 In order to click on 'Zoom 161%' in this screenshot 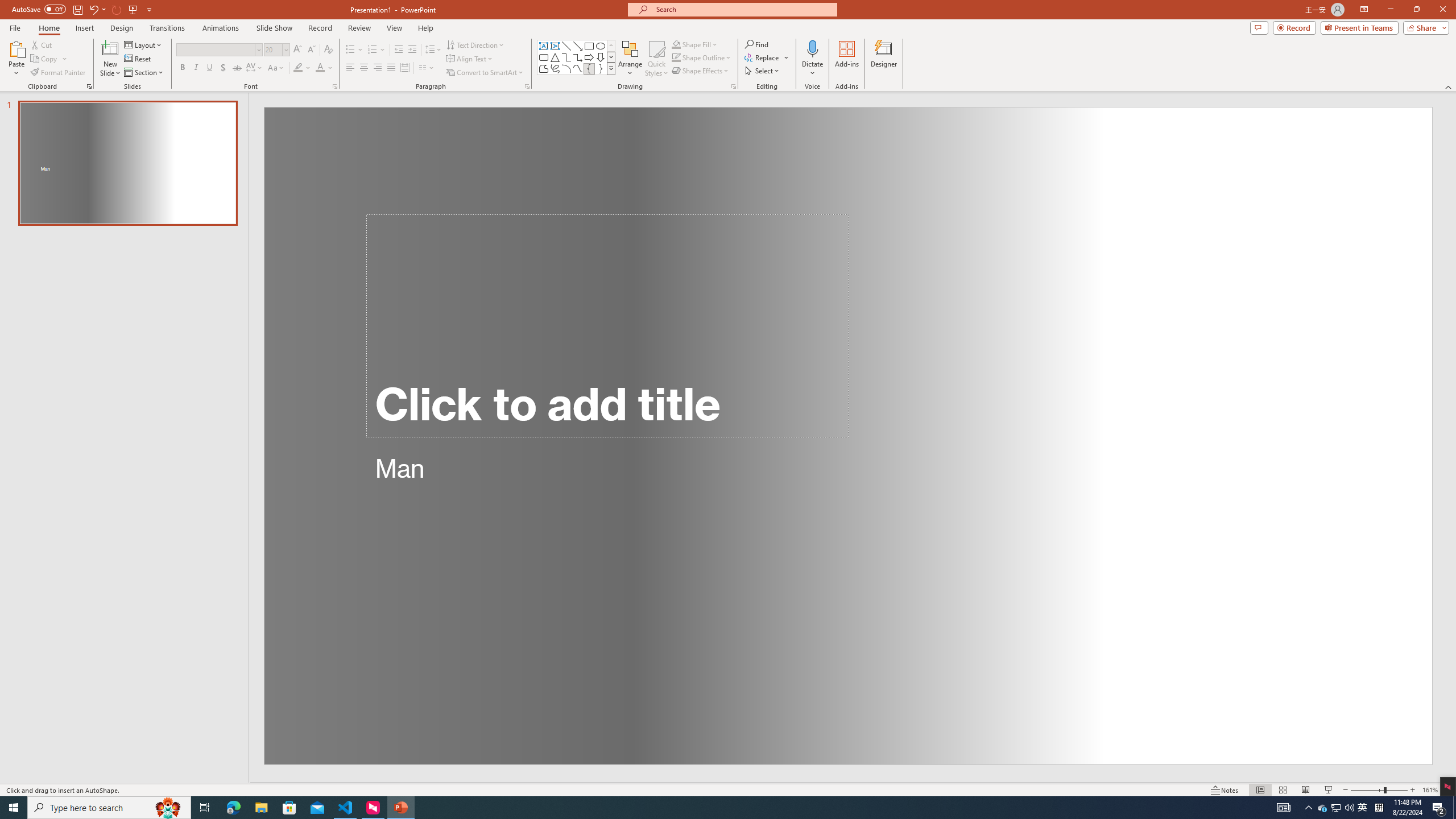, I will do `click(1430, 790)`.